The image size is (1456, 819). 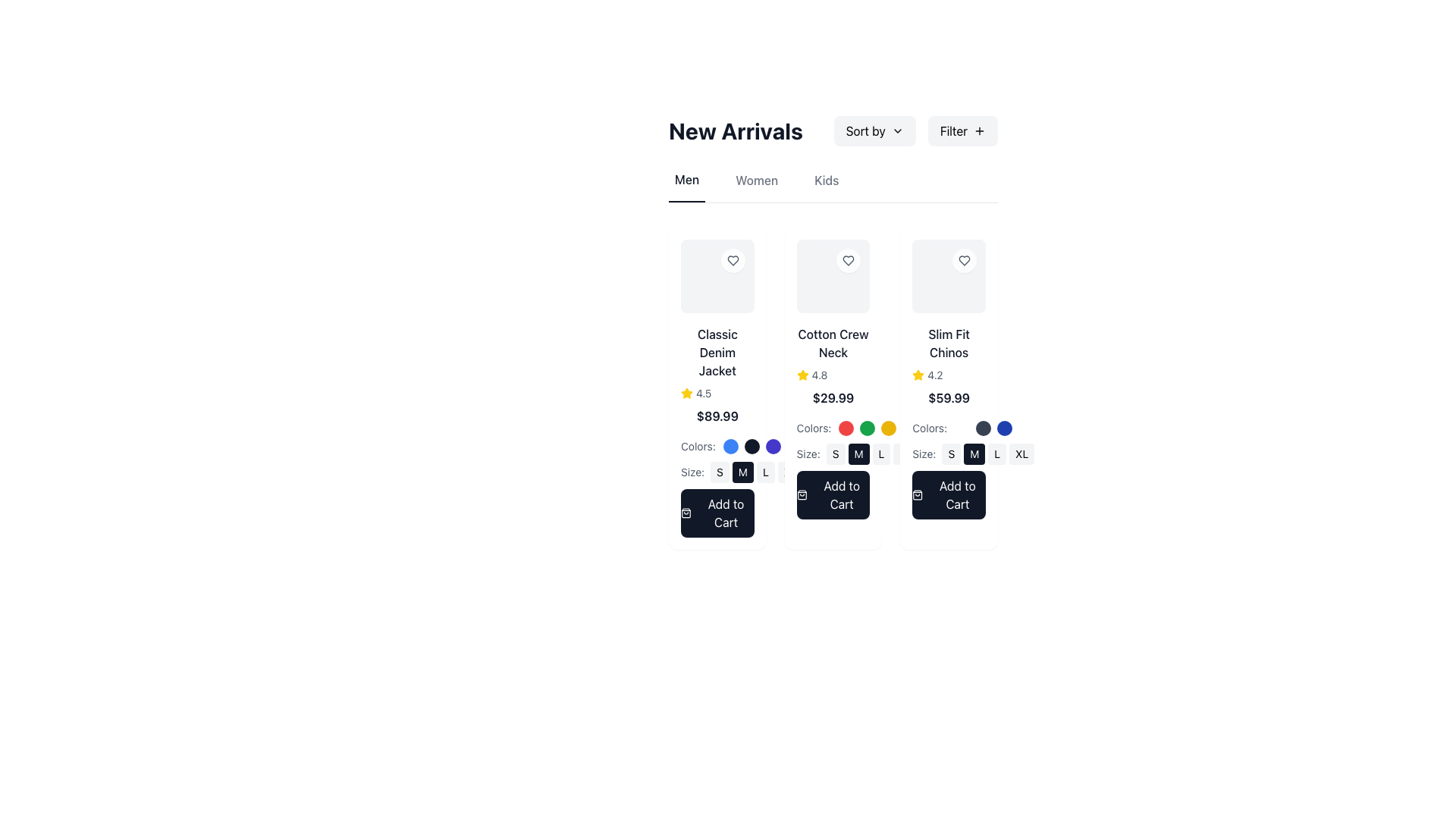 I want to click on the decorative star icon representing the product rating located in the second card of the 'New Arrivals' section, positioned to the left of the text '4.8', so click(x=802, y=375).